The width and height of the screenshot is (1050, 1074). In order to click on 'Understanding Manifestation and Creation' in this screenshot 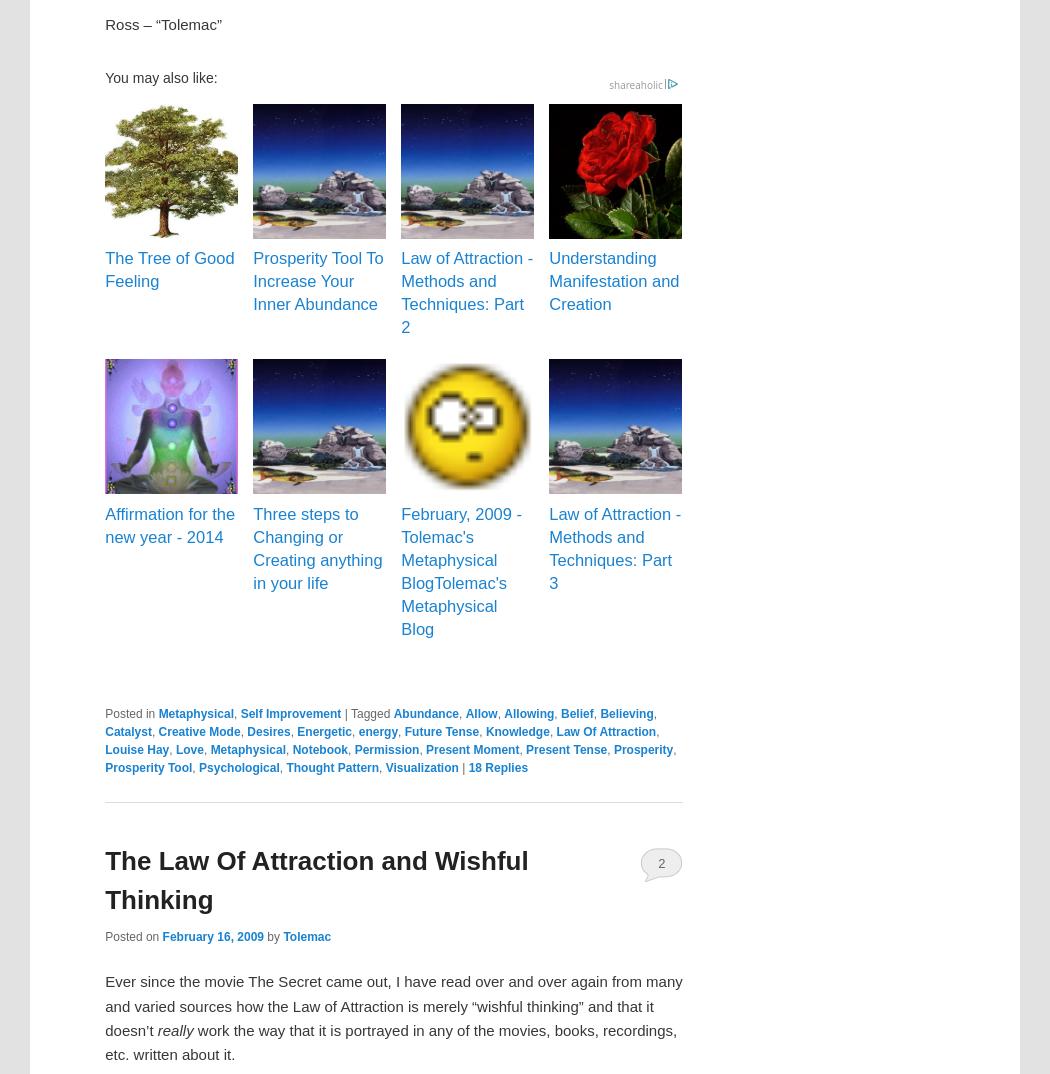, I will do `click(614, 280)`.